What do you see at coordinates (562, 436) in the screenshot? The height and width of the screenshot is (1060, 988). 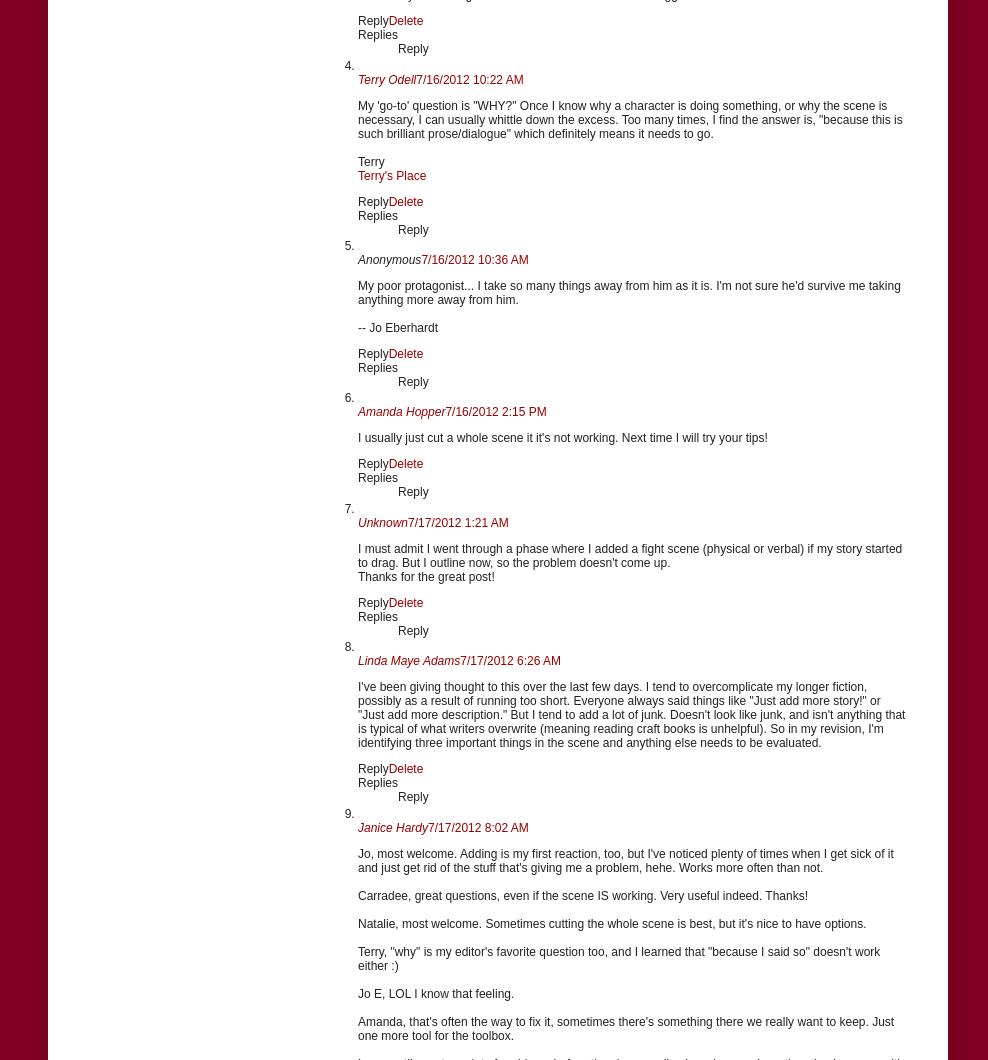 I see `'I usually just cut a whole scene it it's not working. Next time I will try your tips!'` at bounding box center [562, 436].